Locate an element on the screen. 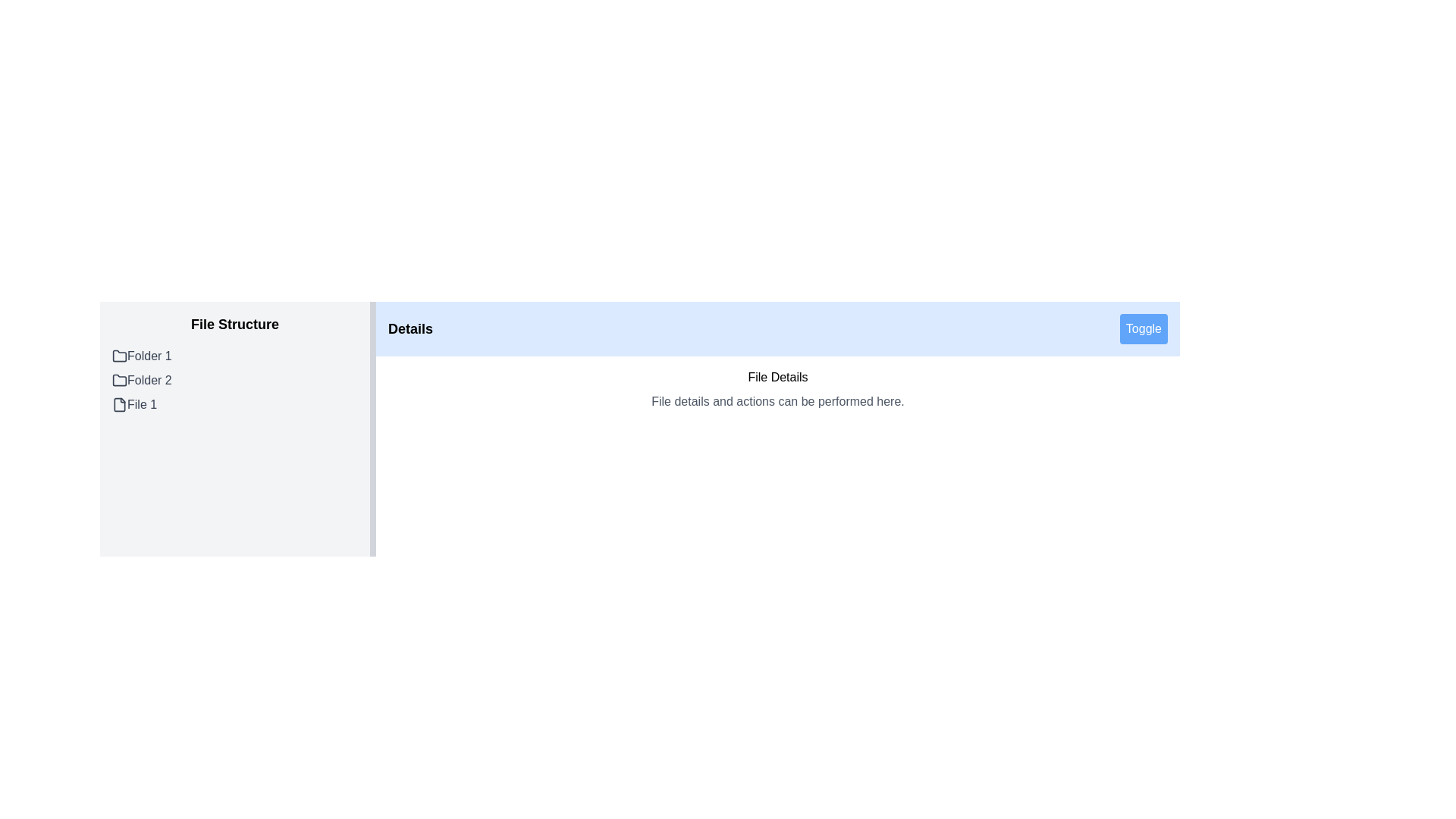  the 'Folder 1' directory in the file structure is located at coordinates (234, 356).